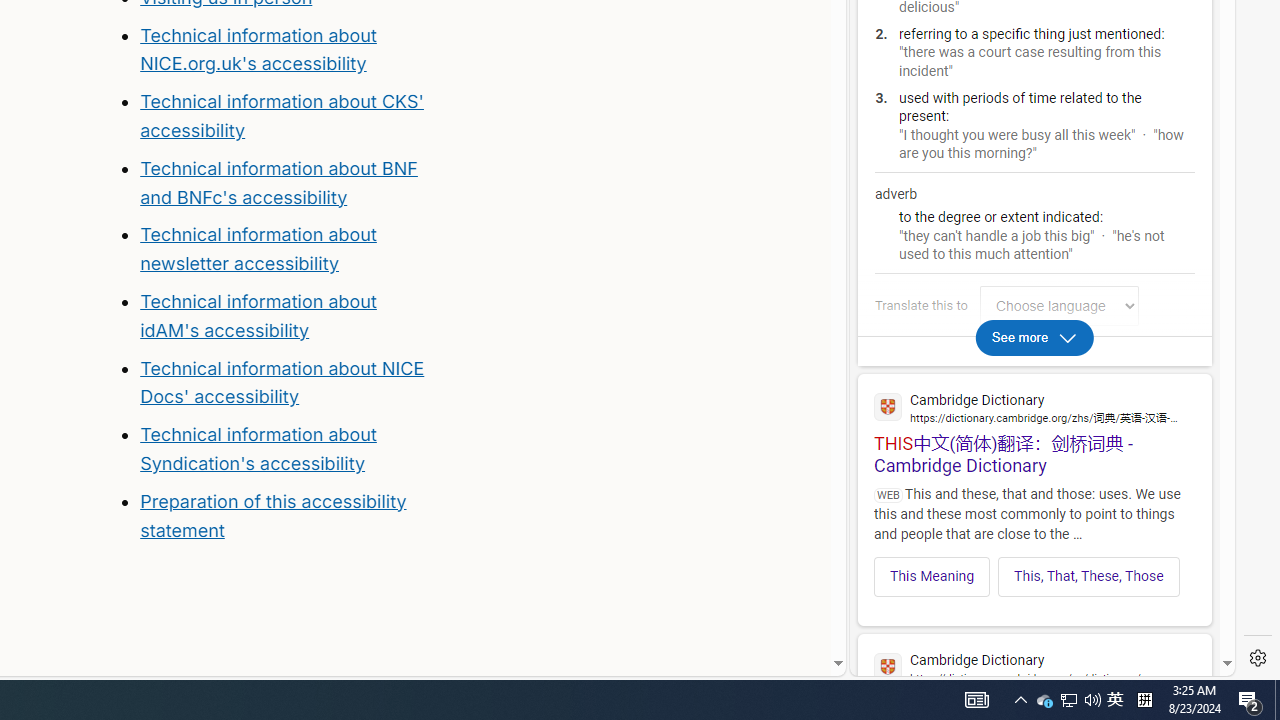  I want to click on 'Technical information about newsletter accessibility', so click(257, 248).